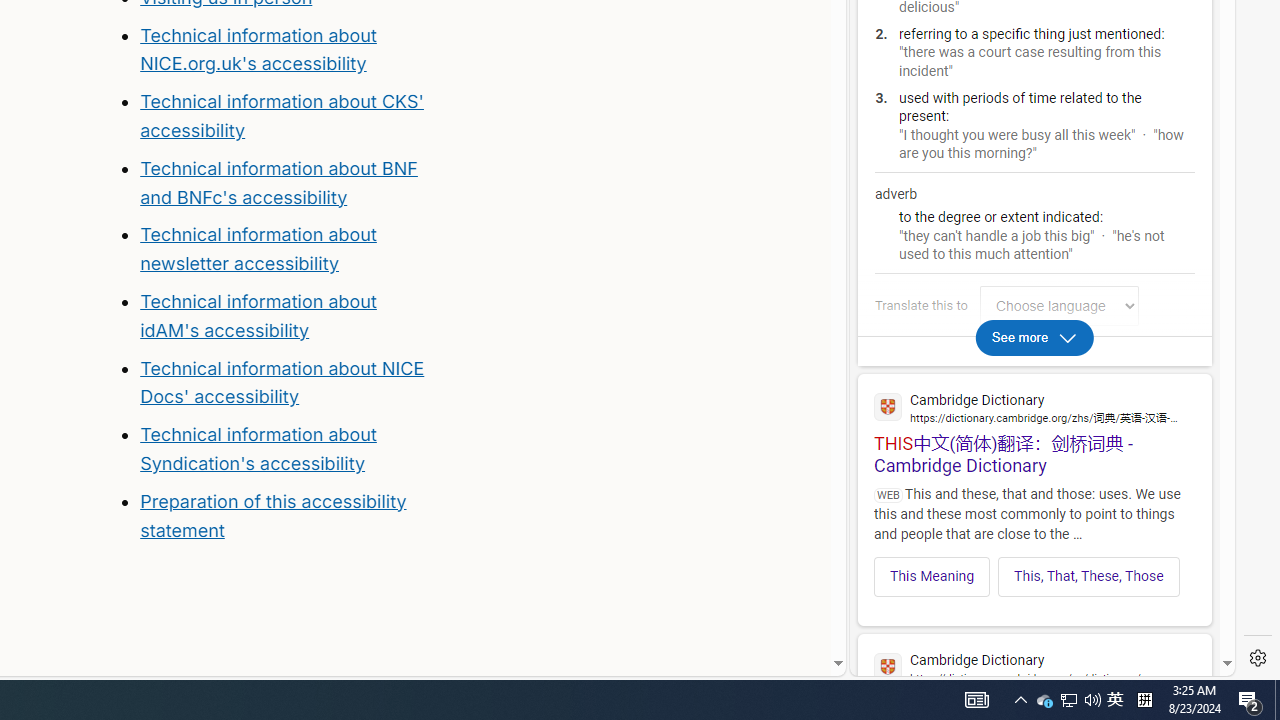  I want to click on 'Technical information about newsletter accessibility', so click(257, 248).